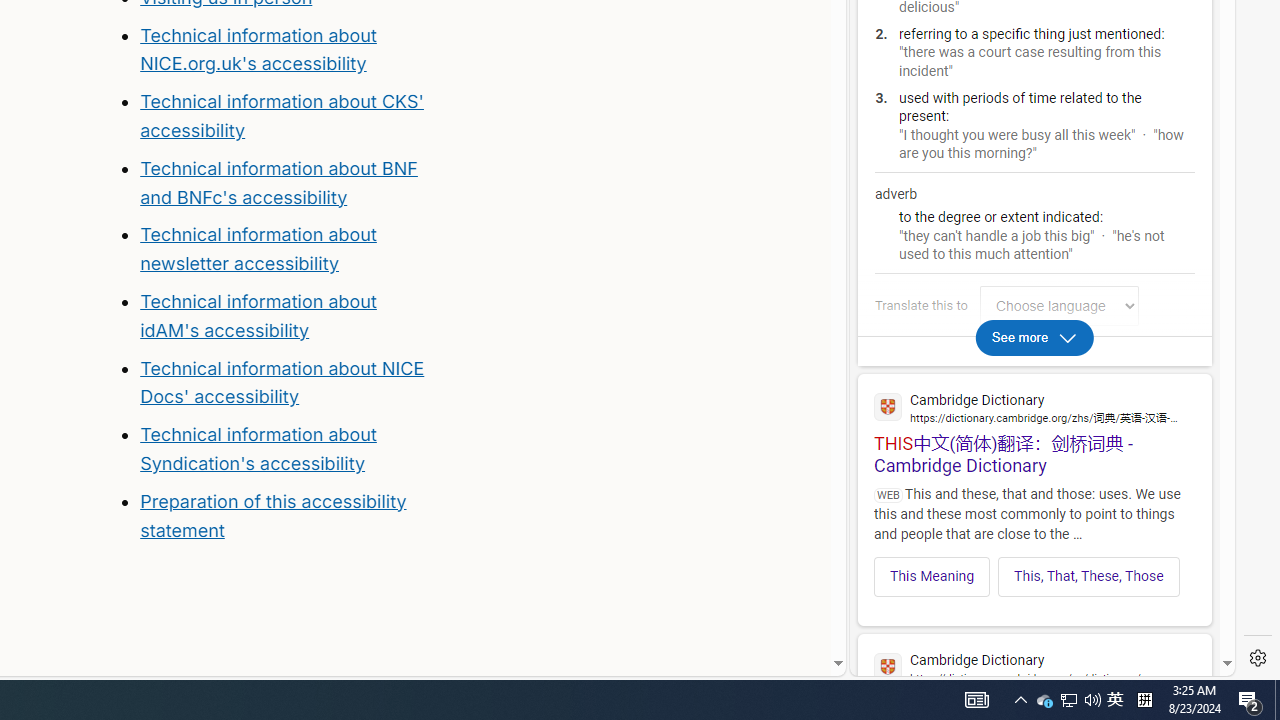  I want to click on 'Technical information about newsletter accessibility', so click(257, 248).